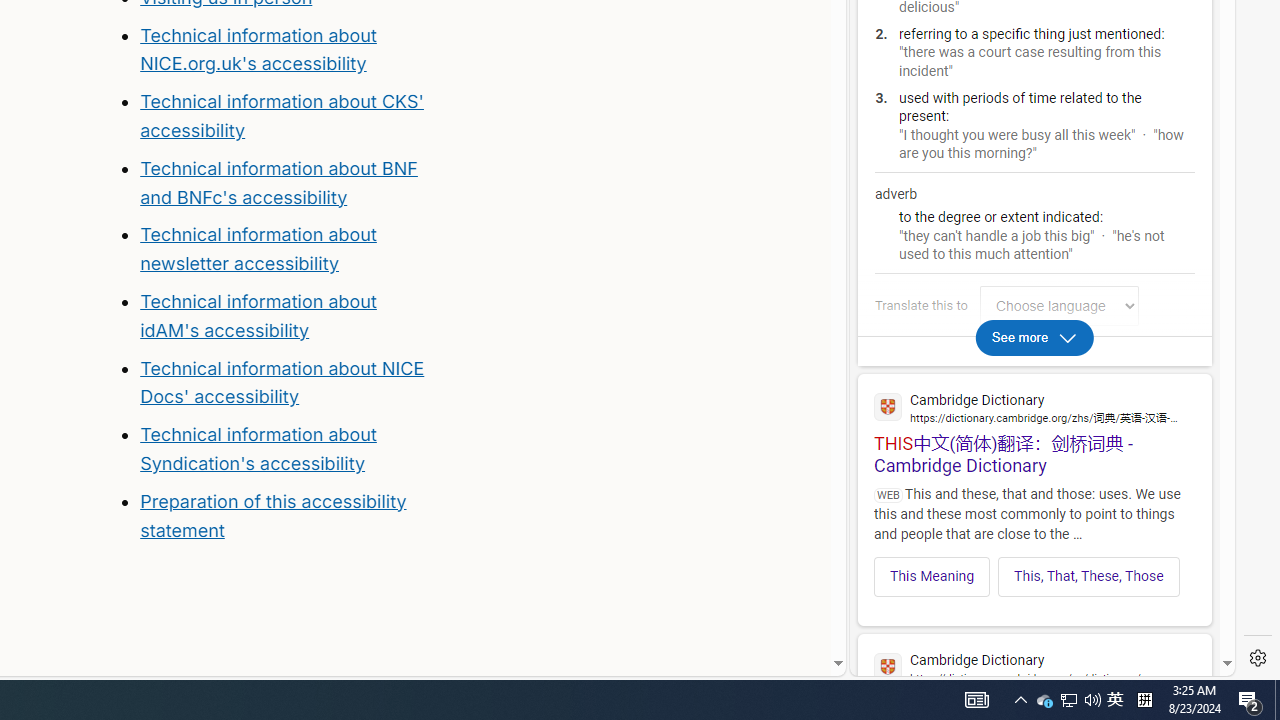  I want to click on 'Technical information about newsletter accessibility', so click(257, 248).